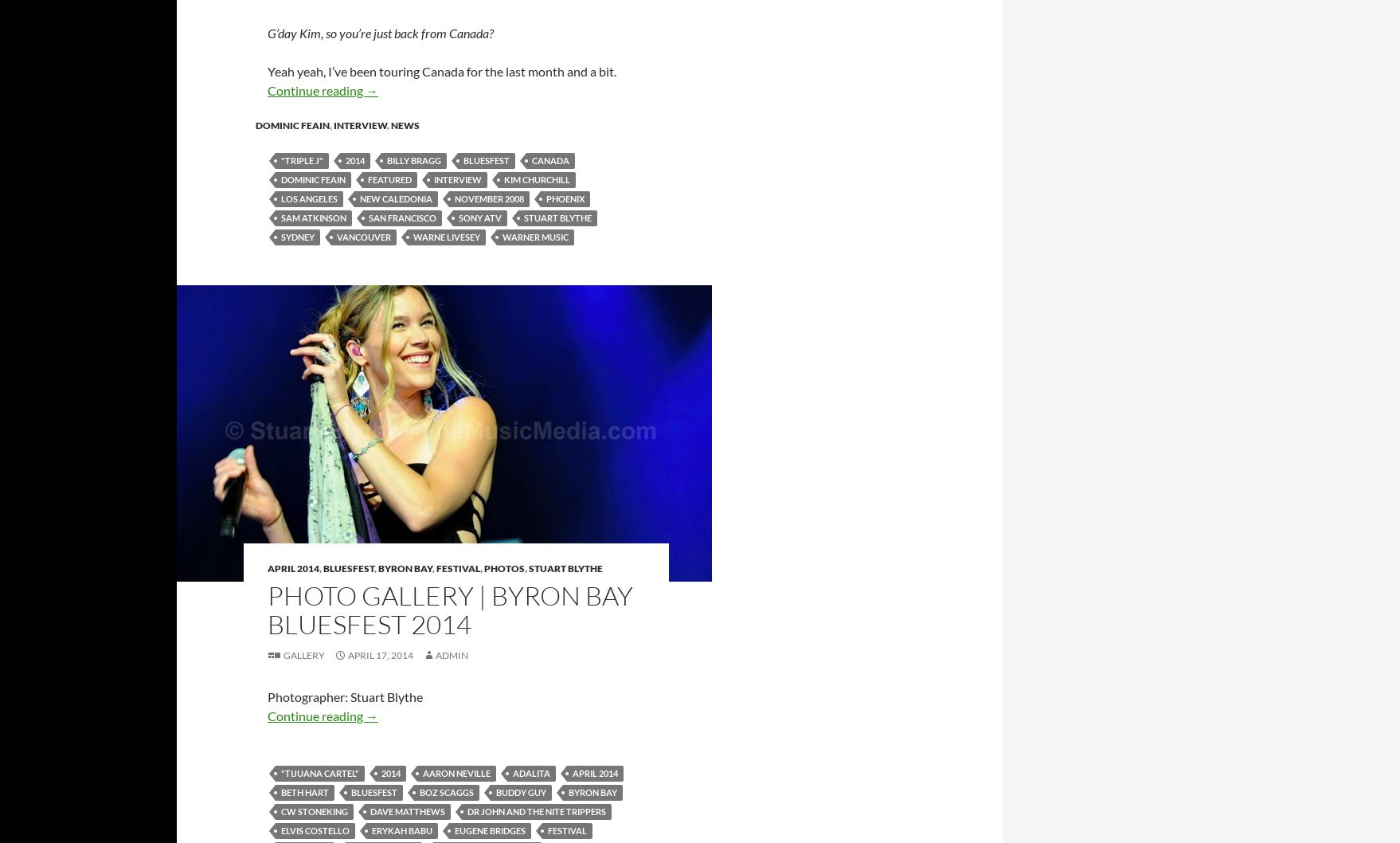  What do you see at coordinates (592, 790) in the screenshot?
I see `'byron bay'` at bounding box center [592, 790].